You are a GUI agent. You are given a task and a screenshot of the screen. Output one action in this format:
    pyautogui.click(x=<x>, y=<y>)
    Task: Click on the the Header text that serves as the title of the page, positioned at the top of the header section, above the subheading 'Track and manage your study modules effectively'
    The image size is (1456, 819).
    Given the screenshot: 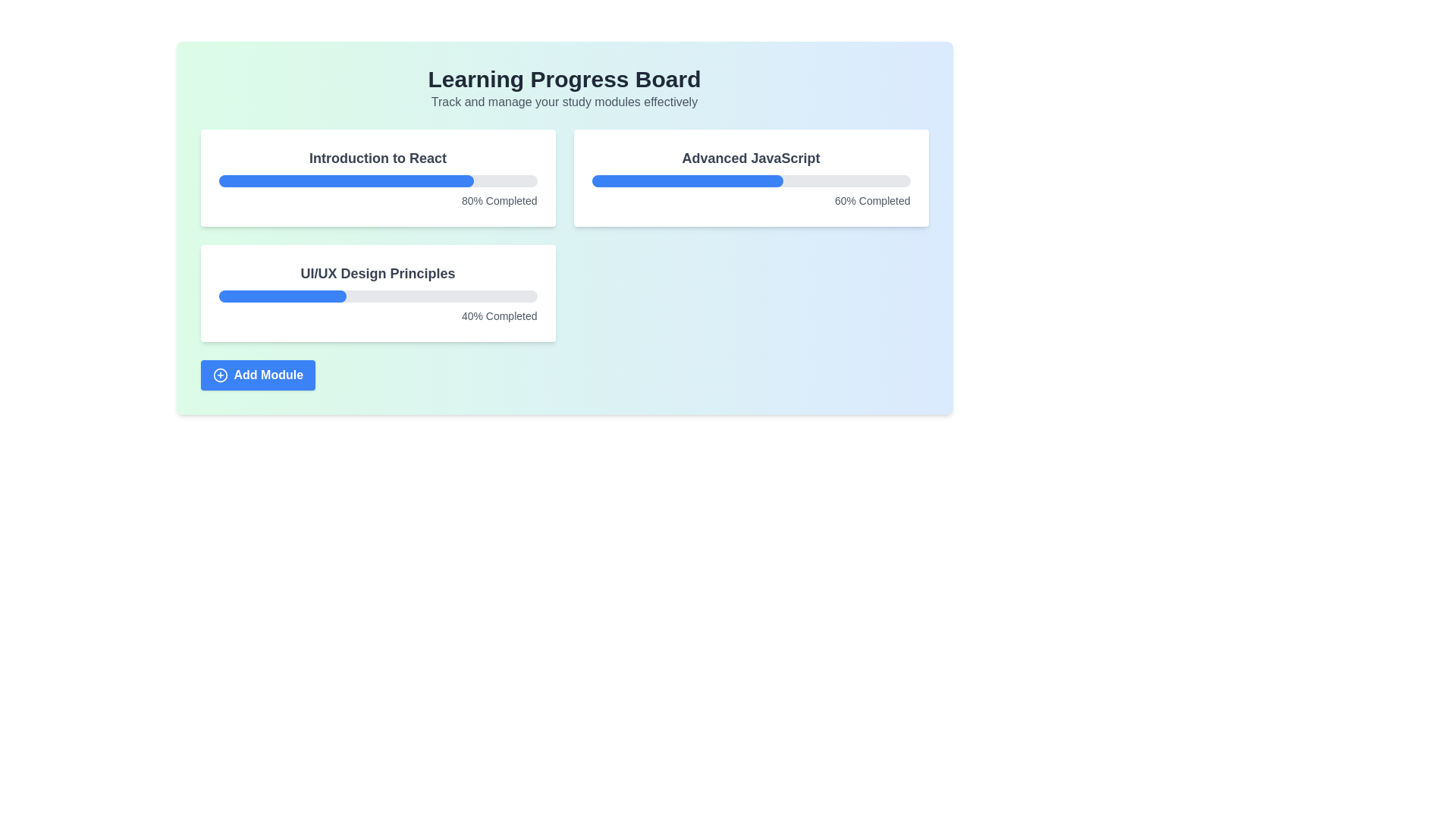 What is the action you would take?
    pyautogui.click(x=563, y=79)
    